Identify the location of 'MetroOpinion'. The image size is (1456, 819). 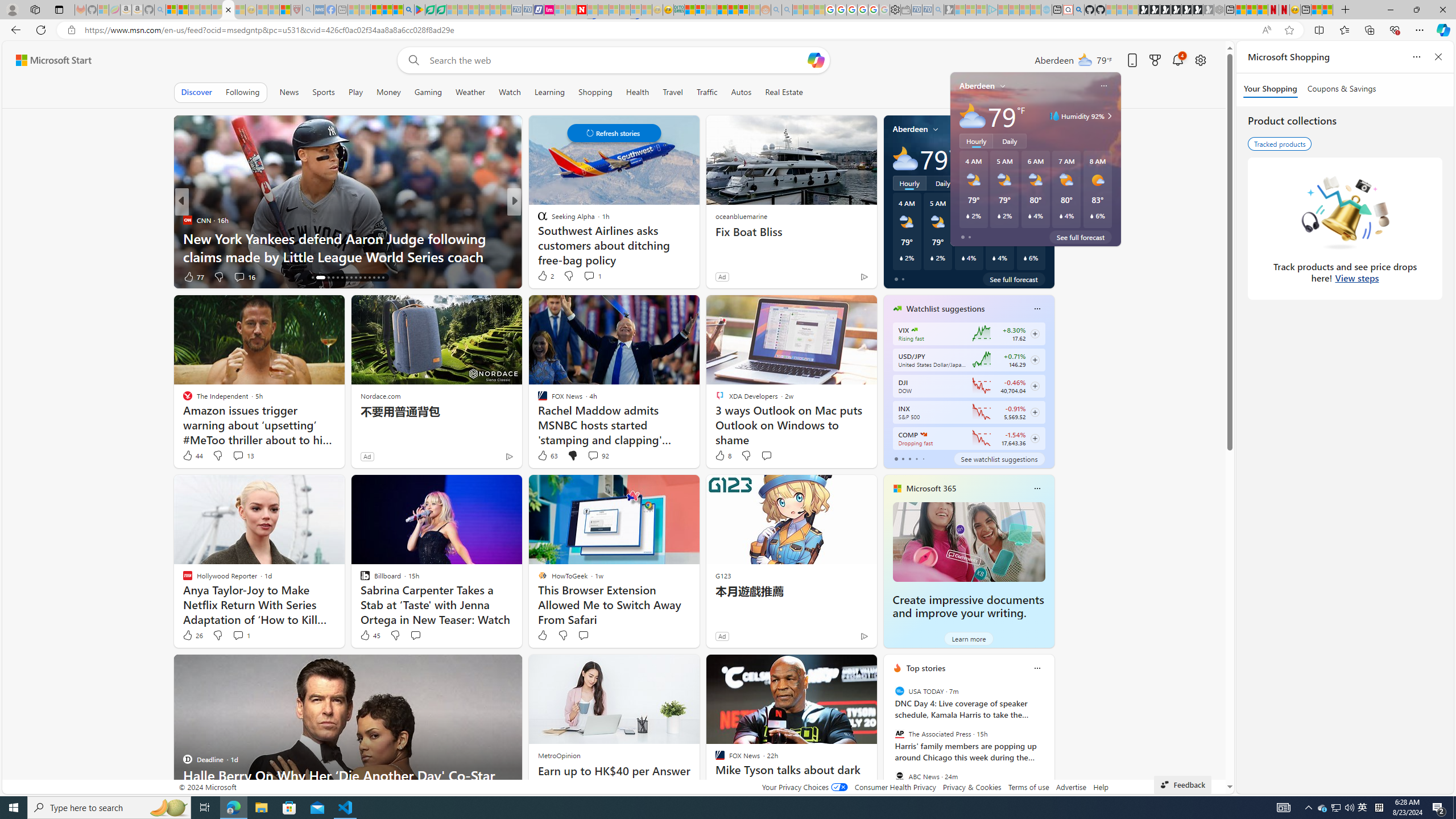
(559, 755).